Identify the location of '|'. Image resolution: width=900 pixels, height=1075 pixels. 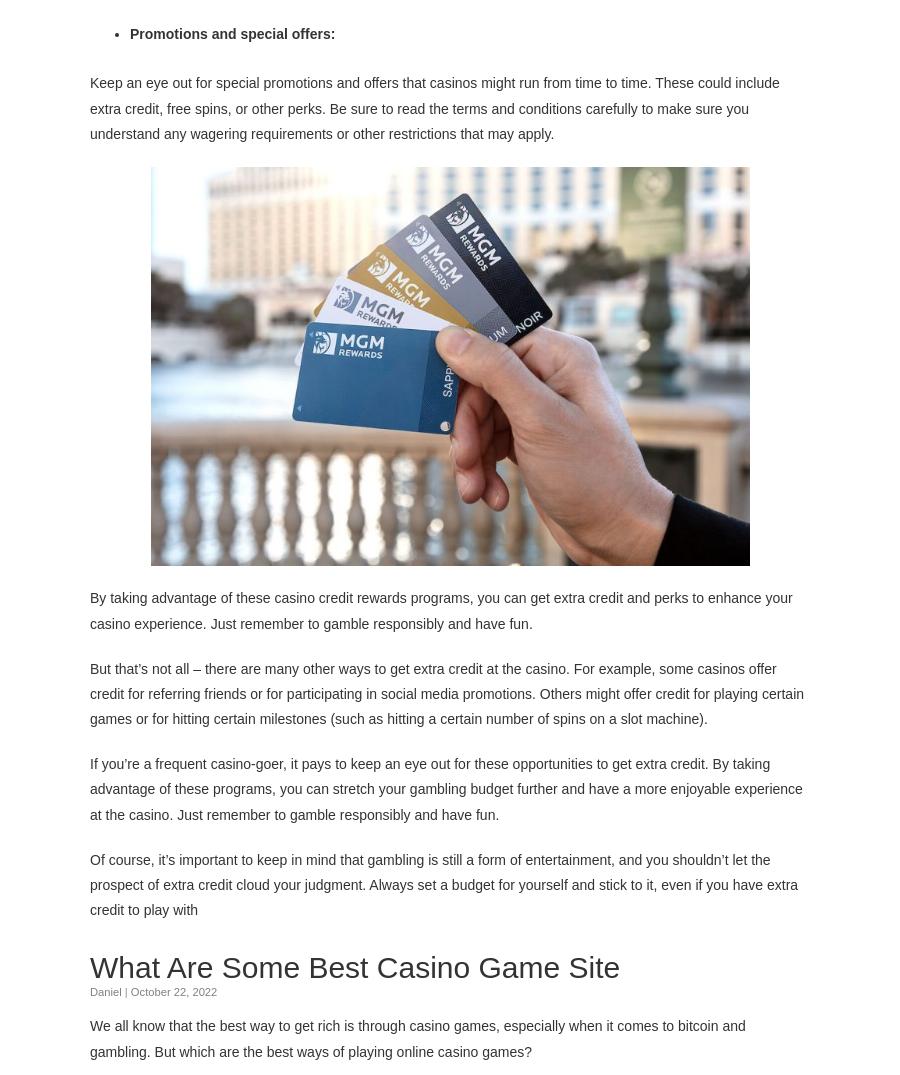
(125, 991).